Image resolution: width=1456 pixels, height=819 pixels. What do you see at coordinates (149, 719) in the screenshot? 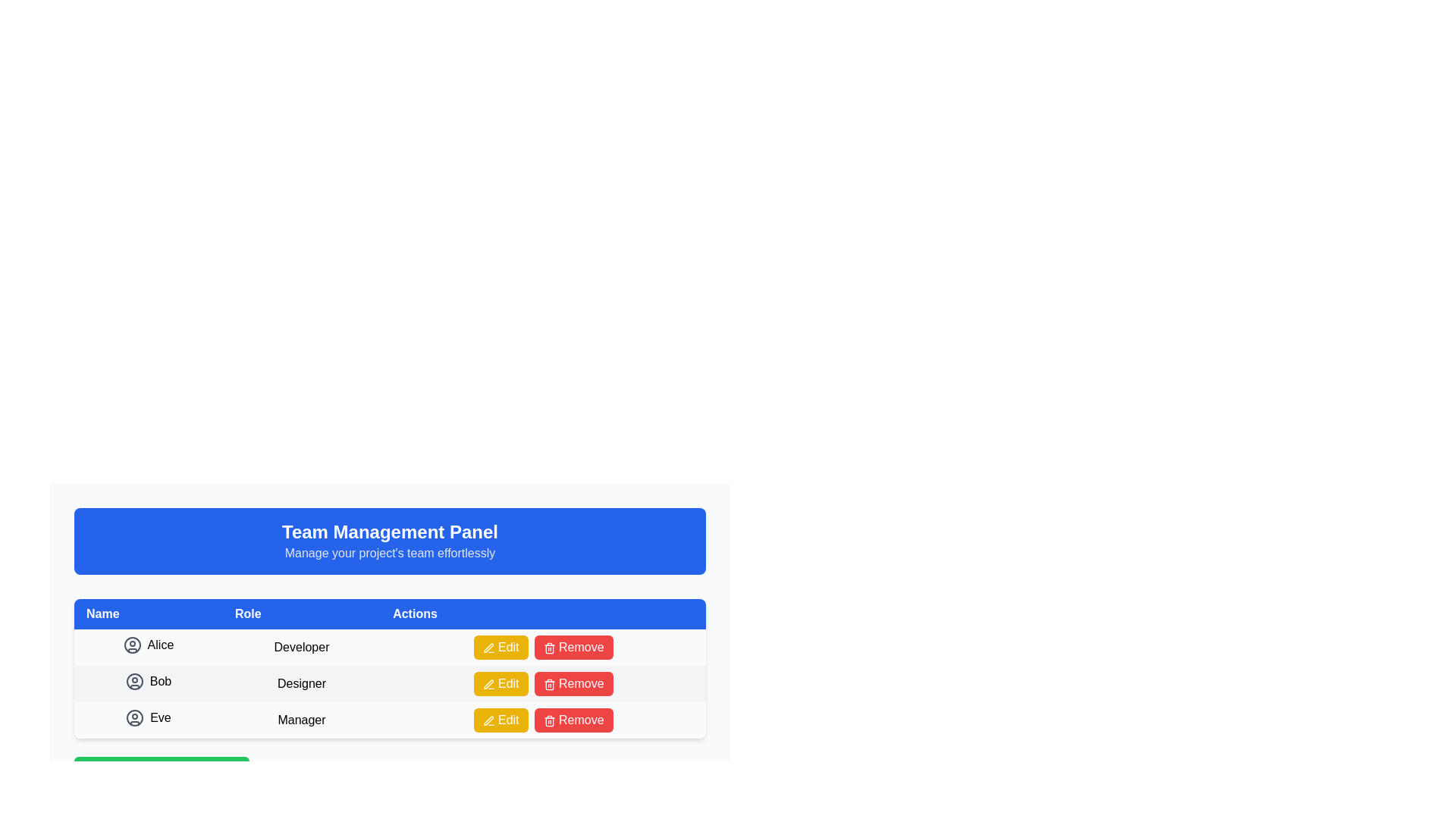
I see `the text 'Eve' which is located in the 'Name' column of the third row of the table, next to the user silhouette icon` at bounding box center [149, 719].